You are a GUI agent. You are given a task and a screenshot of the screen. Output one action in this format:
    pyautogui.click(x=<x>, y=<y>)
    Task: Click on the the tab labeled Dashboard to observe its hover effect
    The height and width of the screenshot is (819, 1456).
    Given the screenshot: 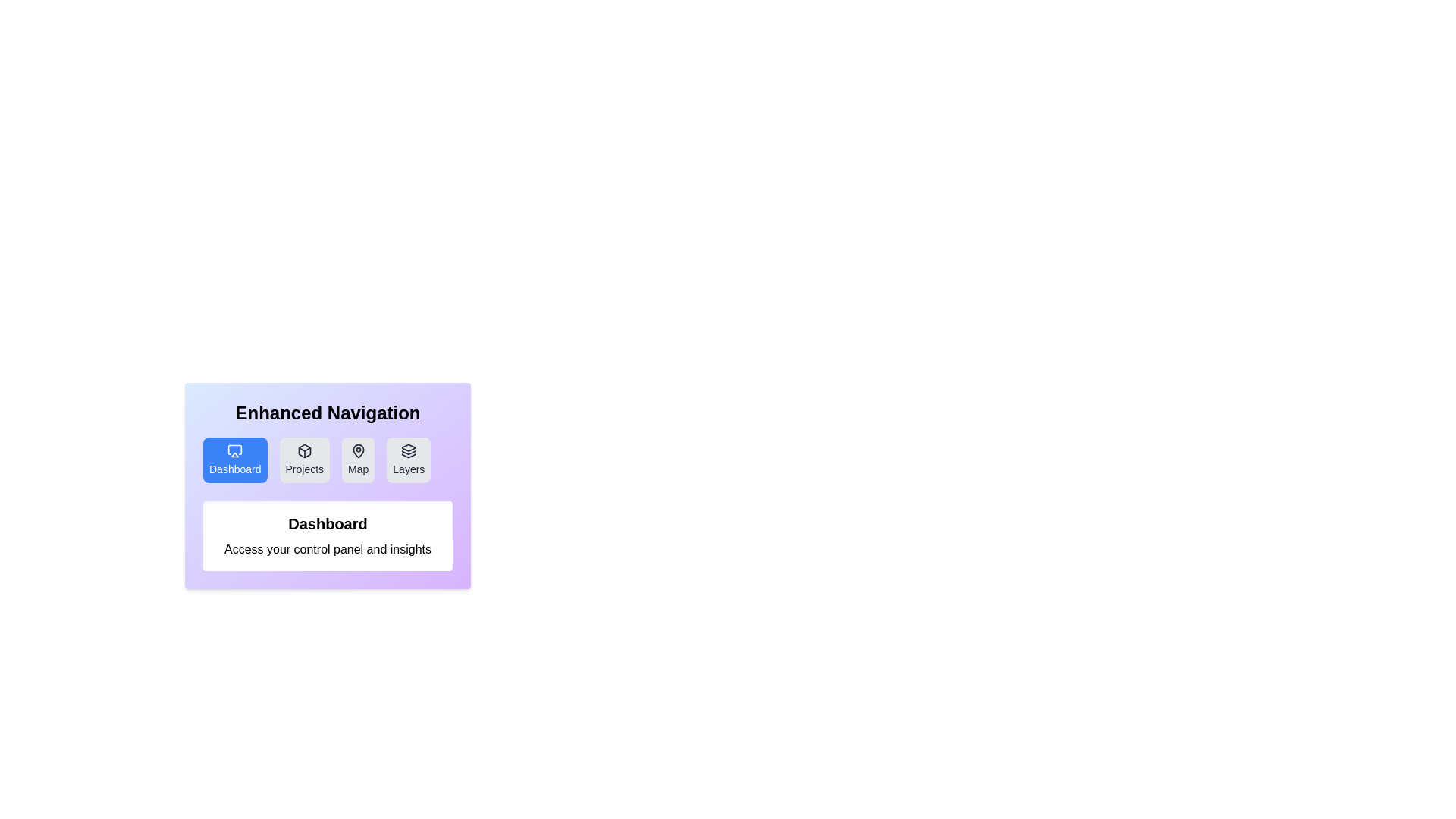 What is the action you would take?
    pyautogui.click(x=234, y=459)
    